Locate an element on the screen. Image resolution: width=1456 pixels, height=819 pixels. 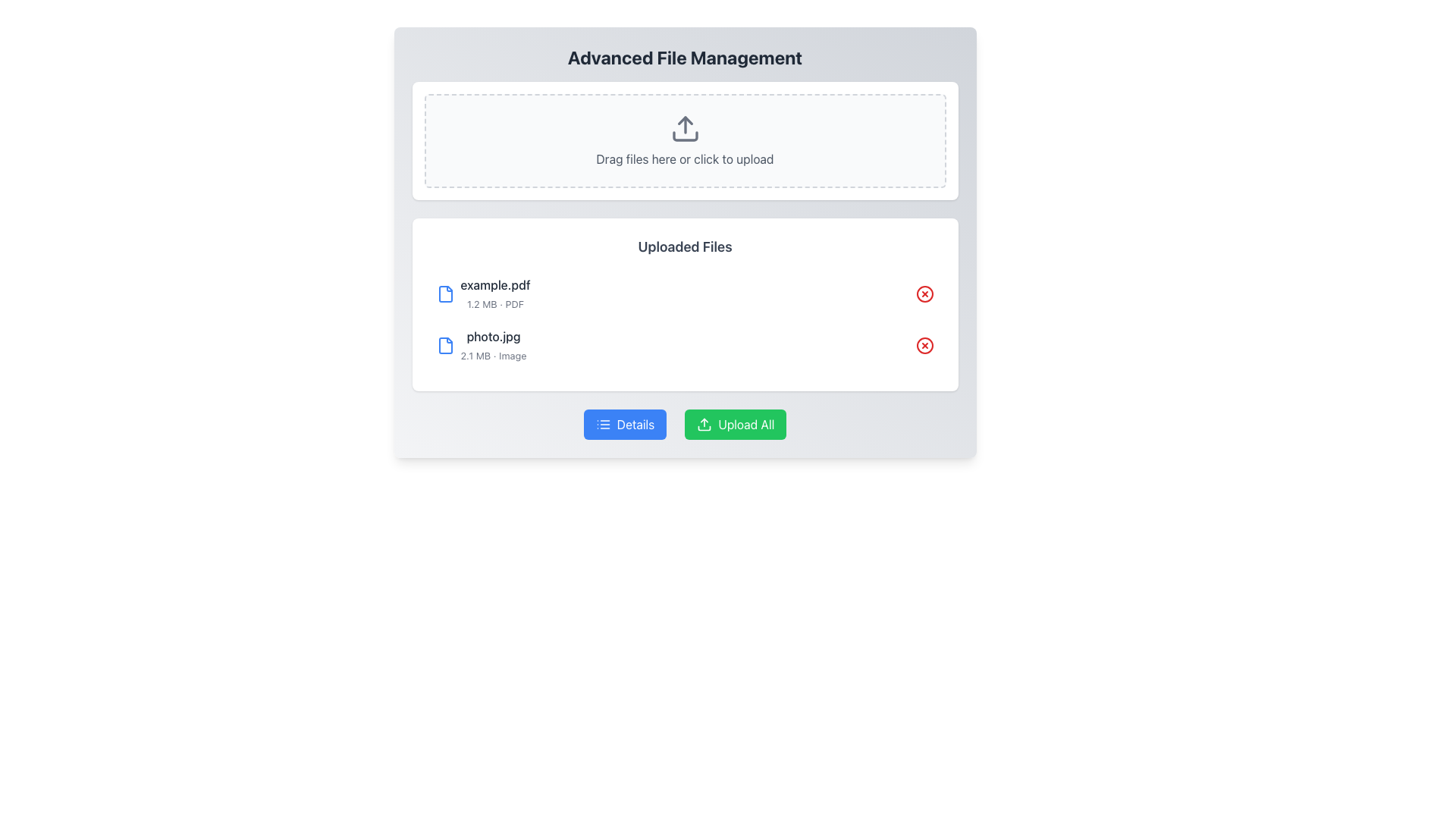
the icon representing the file 'photo.jpg' is located at coordinates (444, 345).